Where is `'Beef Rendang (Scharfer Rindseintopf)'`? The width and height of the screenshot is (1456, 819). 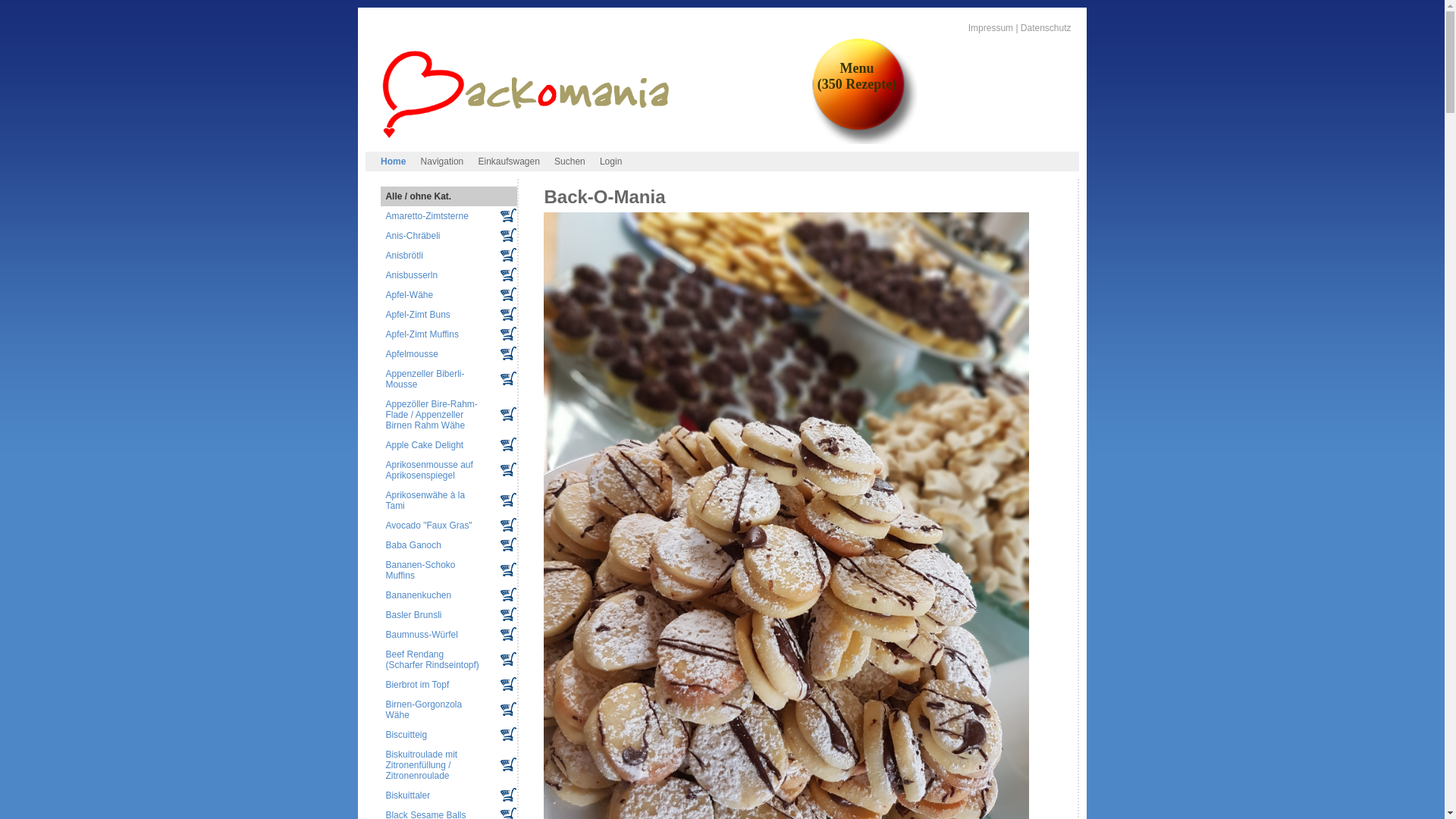
'Beef Rendang (Scharfer Rindseintopf)' is located at coordinates (431, 659).